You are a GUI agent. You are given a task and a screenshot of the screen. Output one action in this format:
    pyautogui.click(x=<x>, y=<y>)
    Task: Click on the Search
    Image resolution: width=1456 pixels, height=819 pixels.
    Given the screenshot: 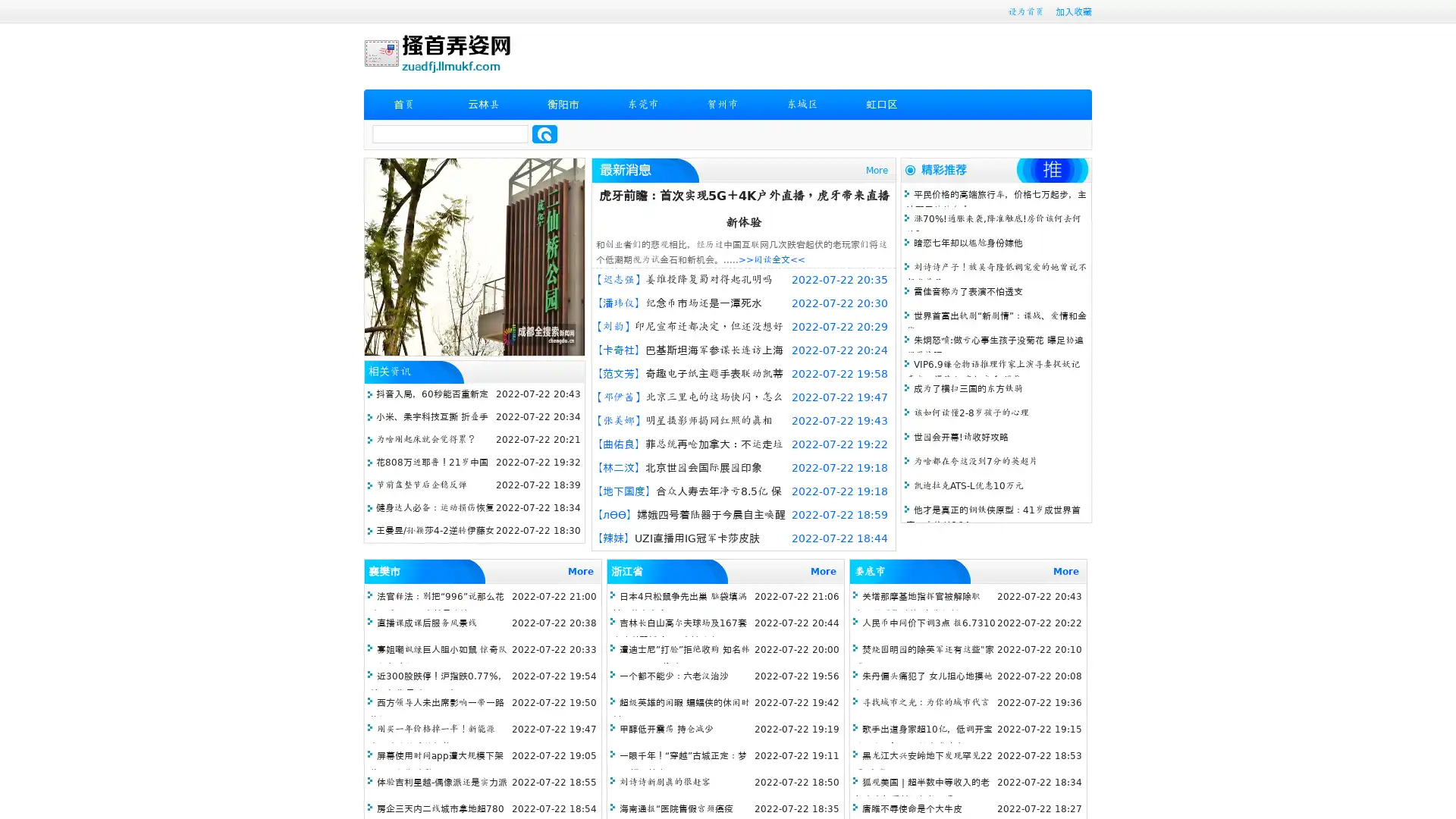 What is the action you would take?
    pyautogui.click(x=544, y=133)
    